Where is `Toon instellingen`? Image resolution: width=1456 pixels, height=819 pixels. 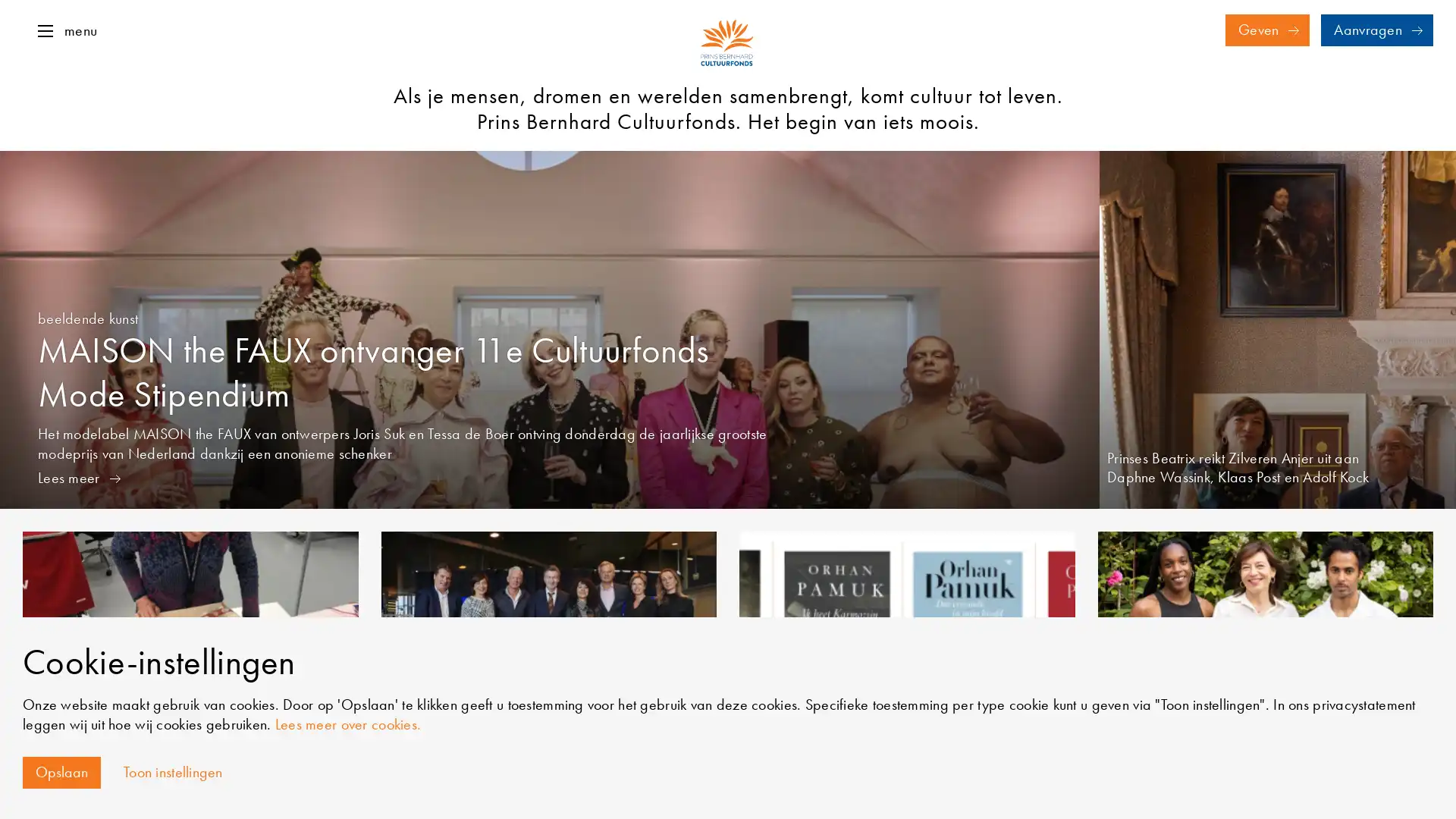 Toon instellingen is located at coordinates (161, 772).